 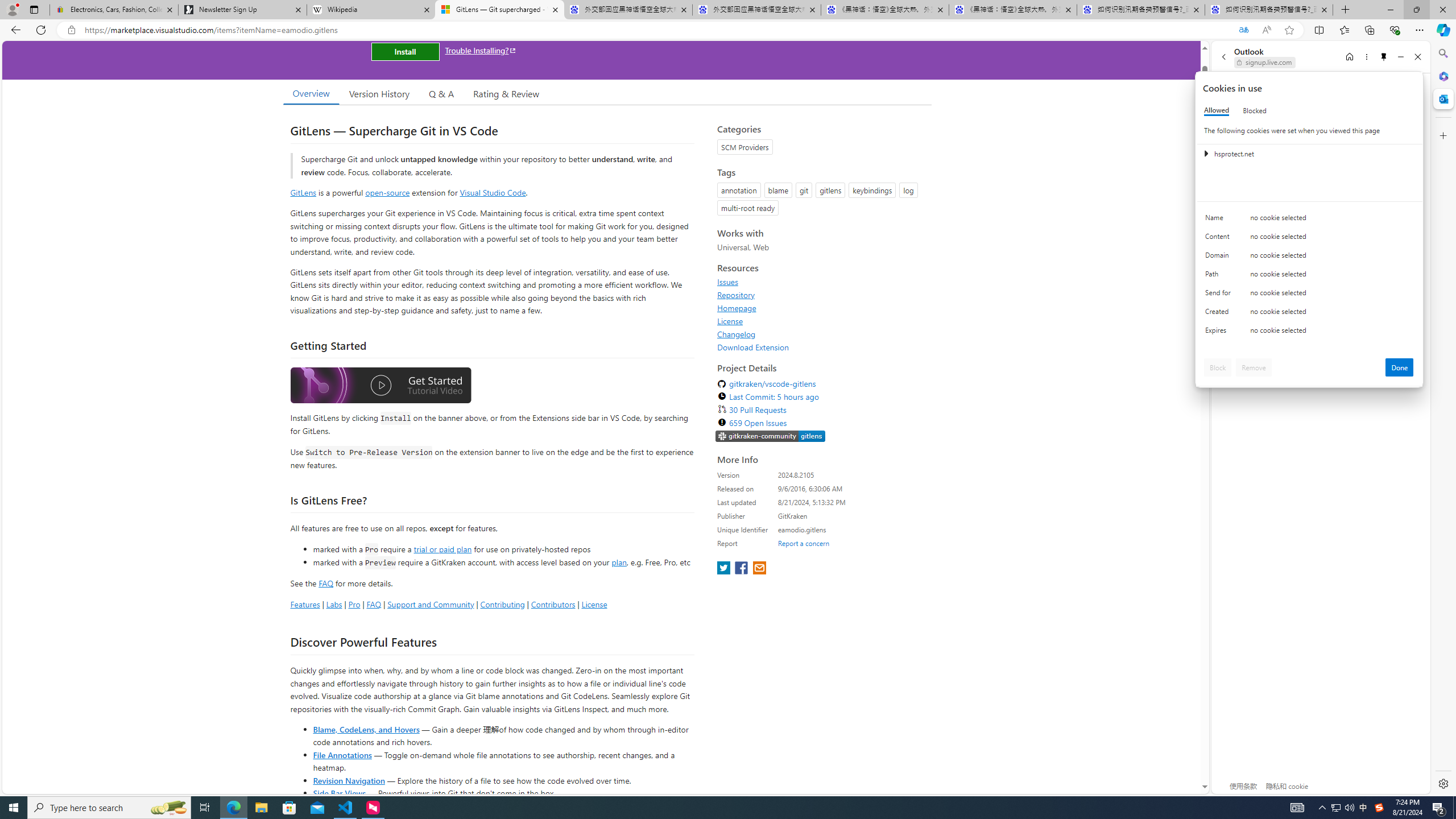 I want to click on 'Content', so click(x=1219, y=239).